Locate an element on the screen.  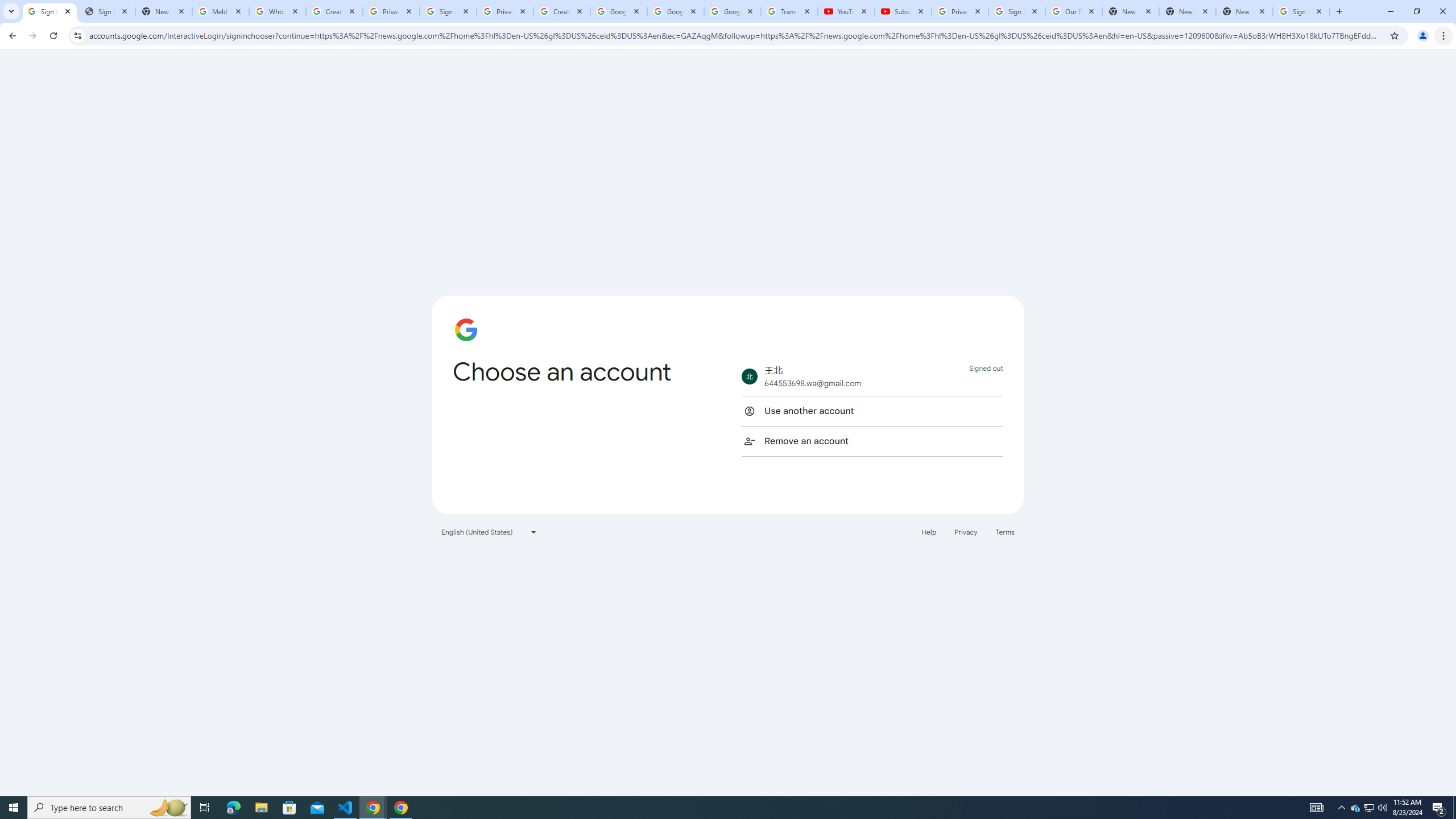
'Sign in - Google Accounts' is located at coordinates (1301, 11).